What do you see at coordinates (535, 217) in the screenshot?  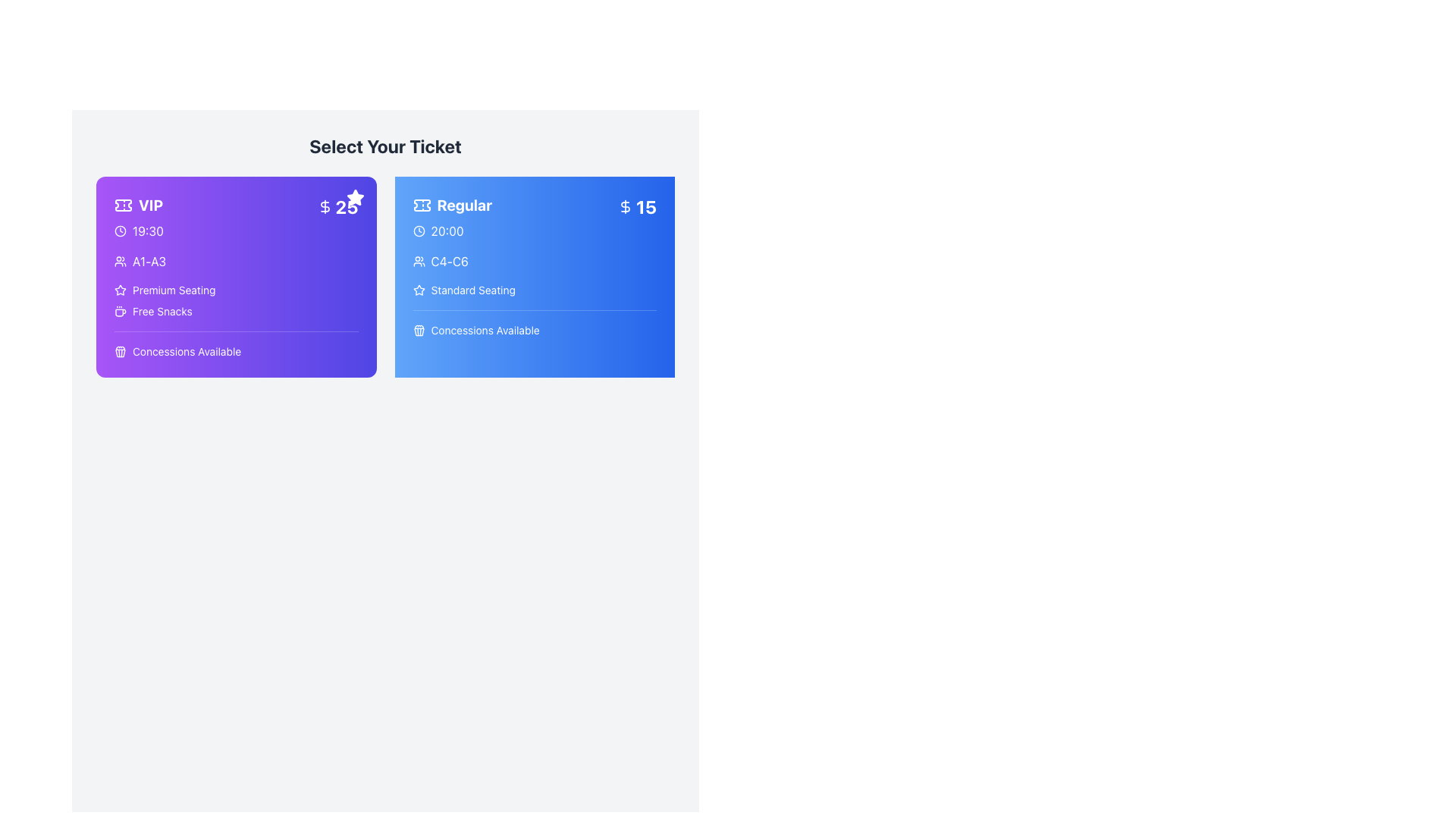 I see `the ticket option button that displays seat type as Regular, price as $15, and time as 20:00, located in the 'Select Your Ticket' section within the blue panel` at bounding box center [535, 217].